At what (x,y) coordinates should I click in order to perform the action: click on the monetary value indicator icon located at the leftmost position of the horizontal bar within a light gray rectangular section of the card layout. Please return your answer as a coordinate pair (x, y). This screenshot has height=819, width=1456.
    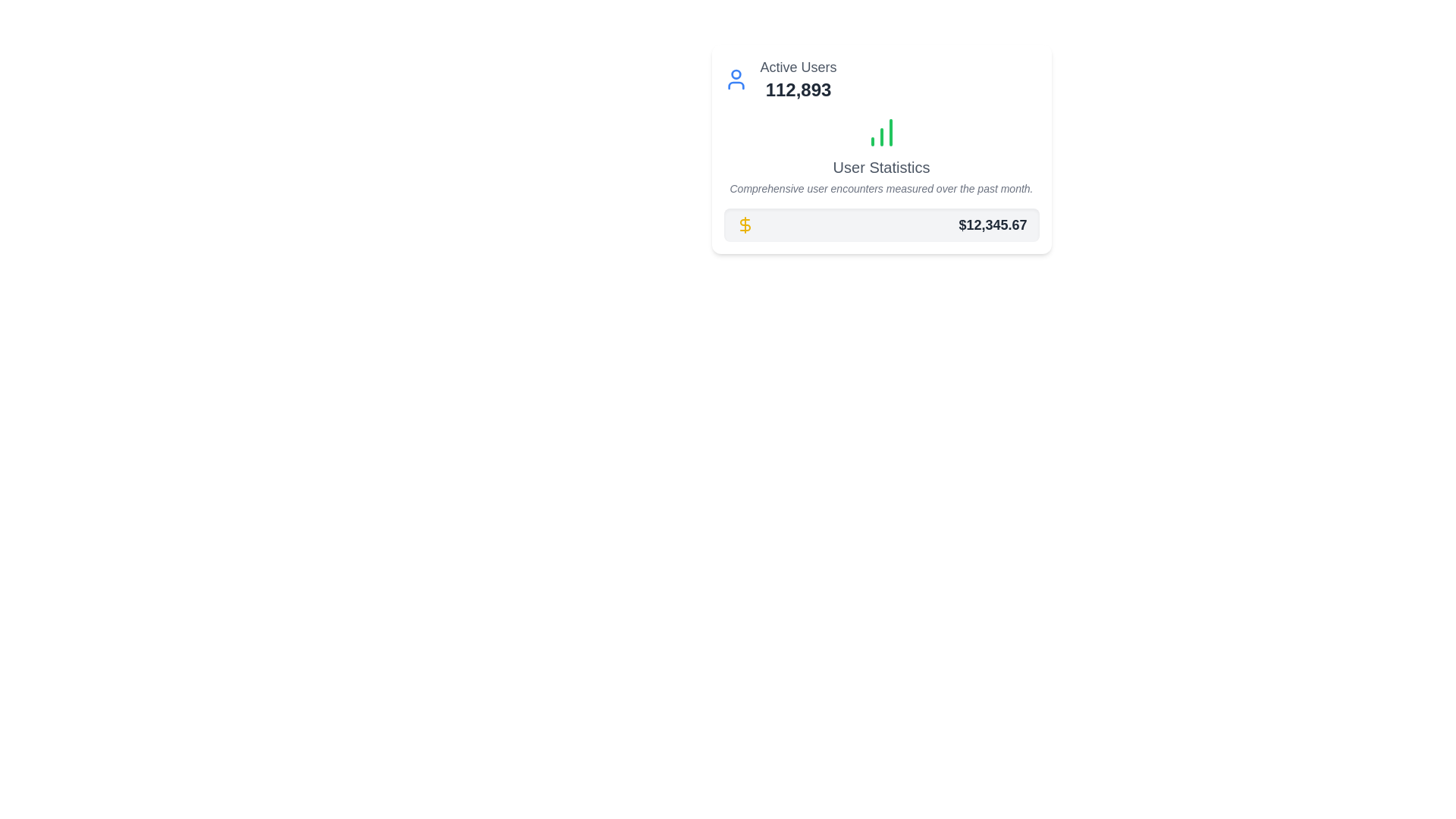
    Looking at the image, I should click on (745, 225).